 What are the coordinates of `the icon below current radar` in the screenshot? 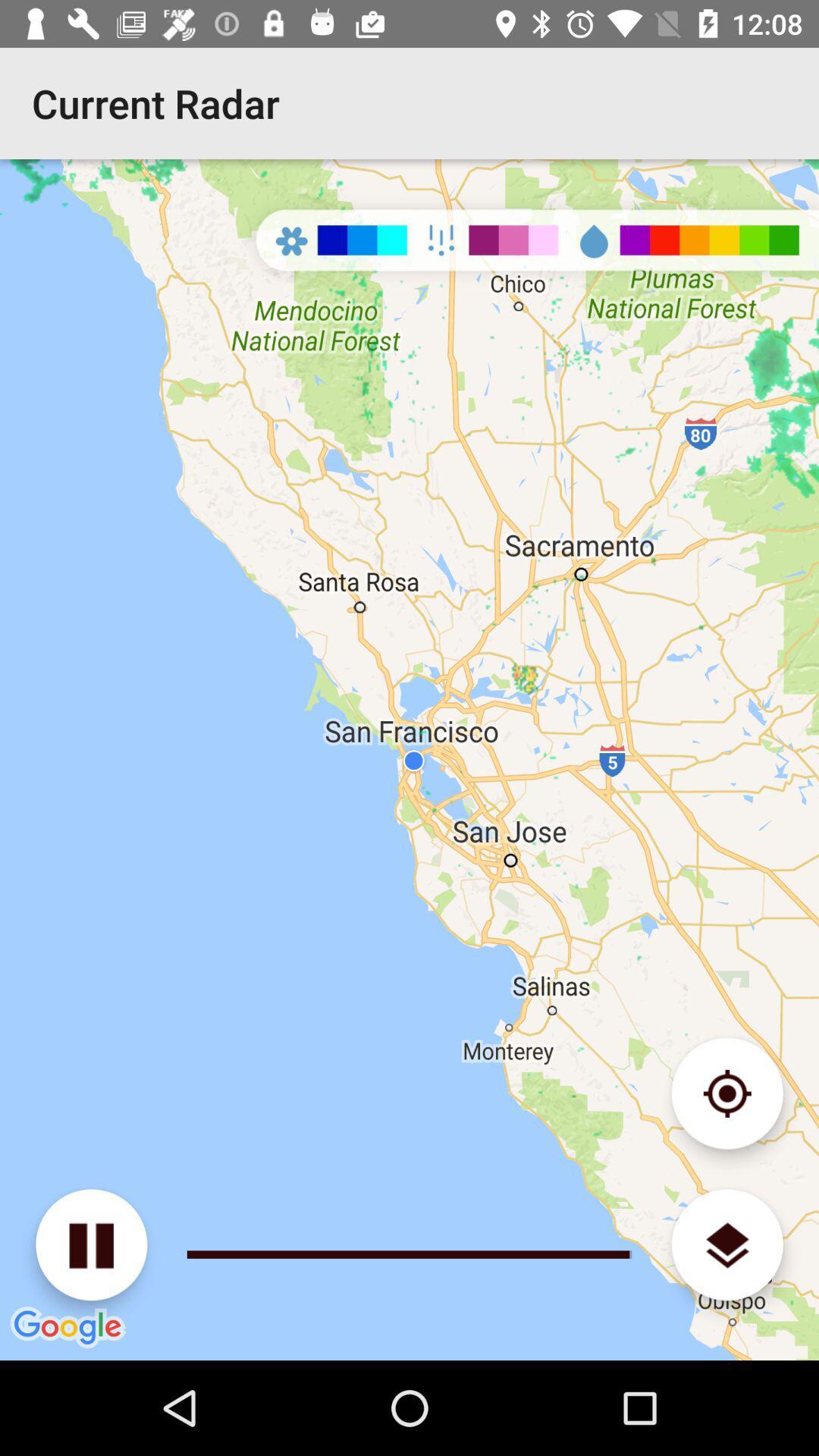 It's located at (91, 1244).